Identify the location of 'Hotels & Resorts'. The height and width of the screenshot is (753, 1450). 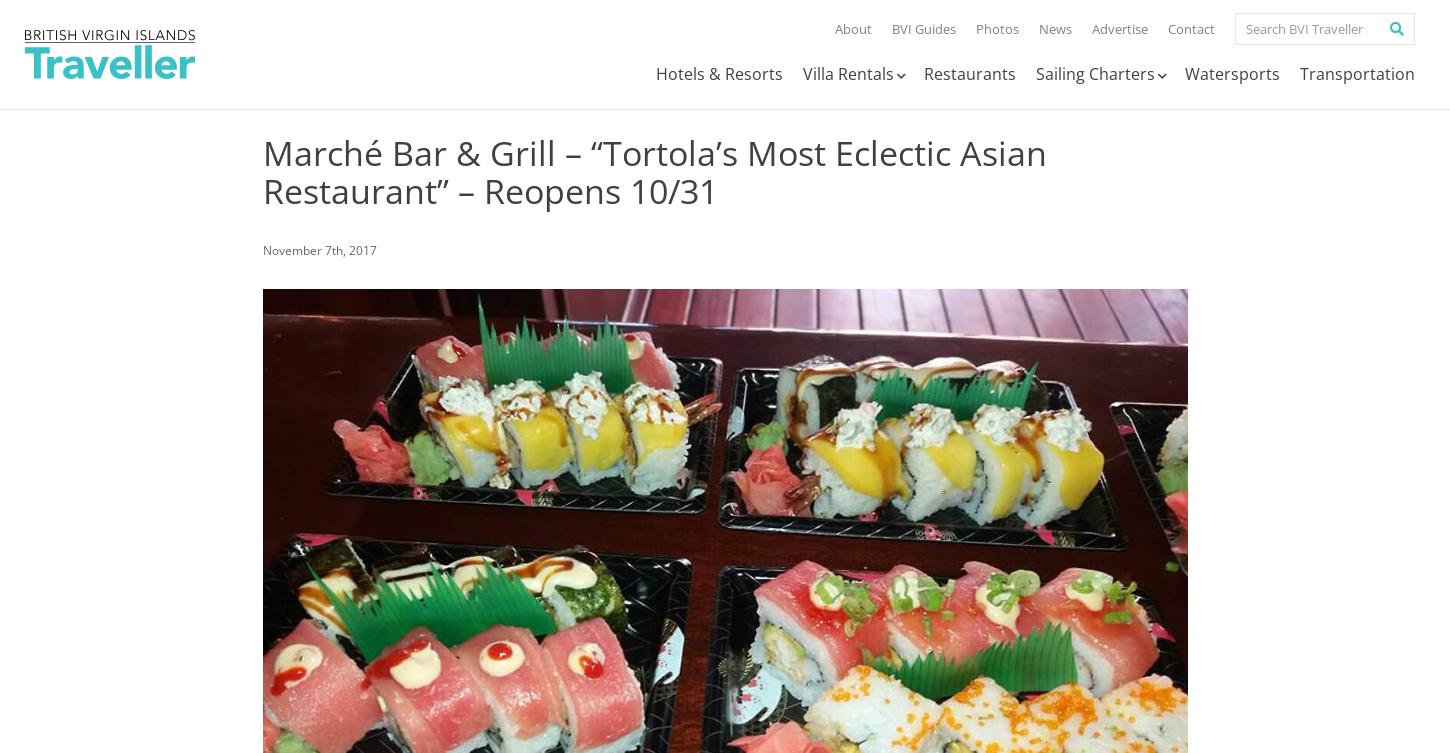
(718, 74).